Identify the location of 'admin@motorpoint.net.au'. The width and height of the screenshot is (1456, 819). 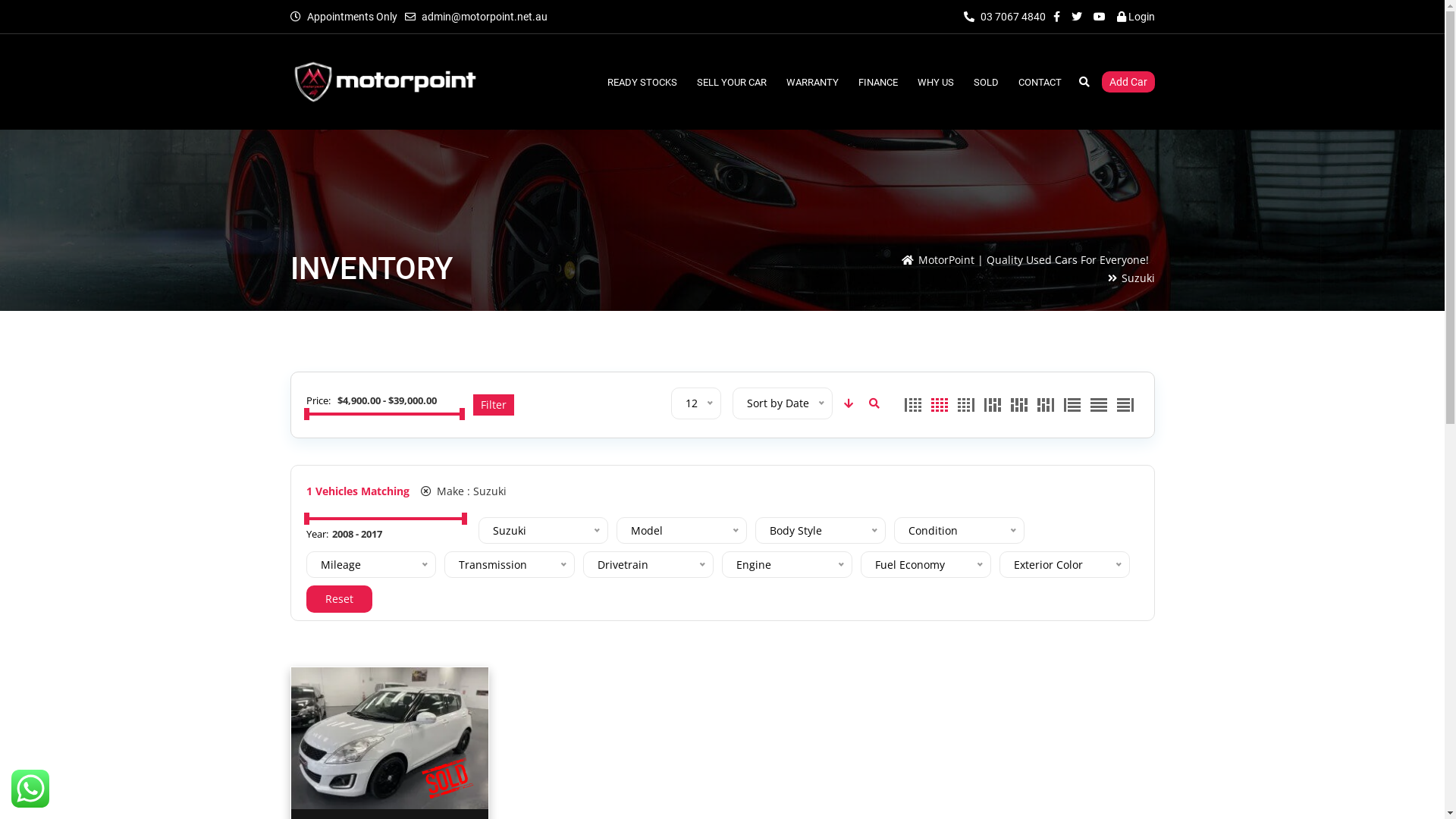
(483, 17).